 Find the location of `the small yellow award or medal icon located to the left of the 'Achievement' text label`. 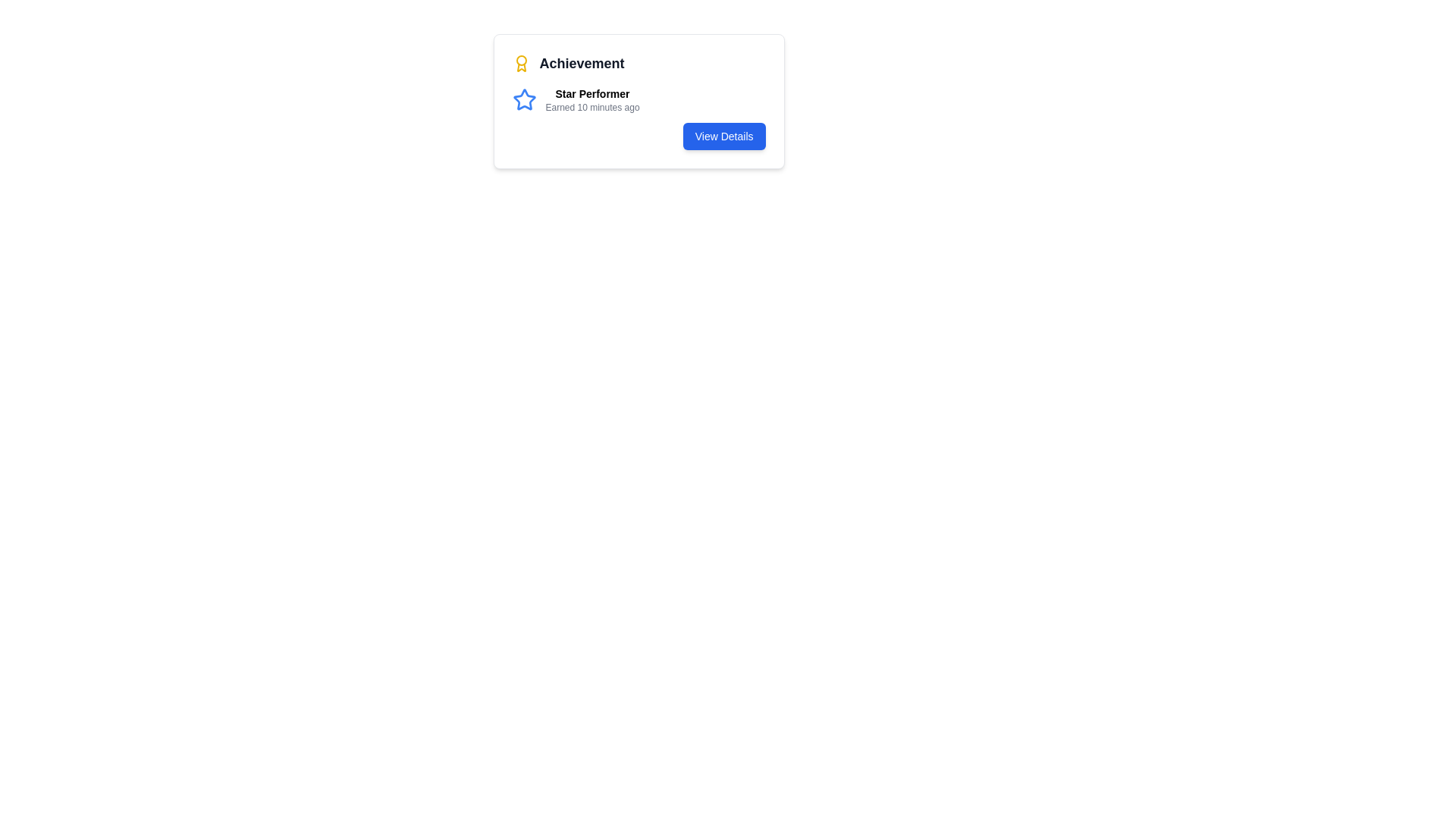

the small yellow award or medal icon located to the left of the 'Achievement' text label is located at coordinates (521, 63).